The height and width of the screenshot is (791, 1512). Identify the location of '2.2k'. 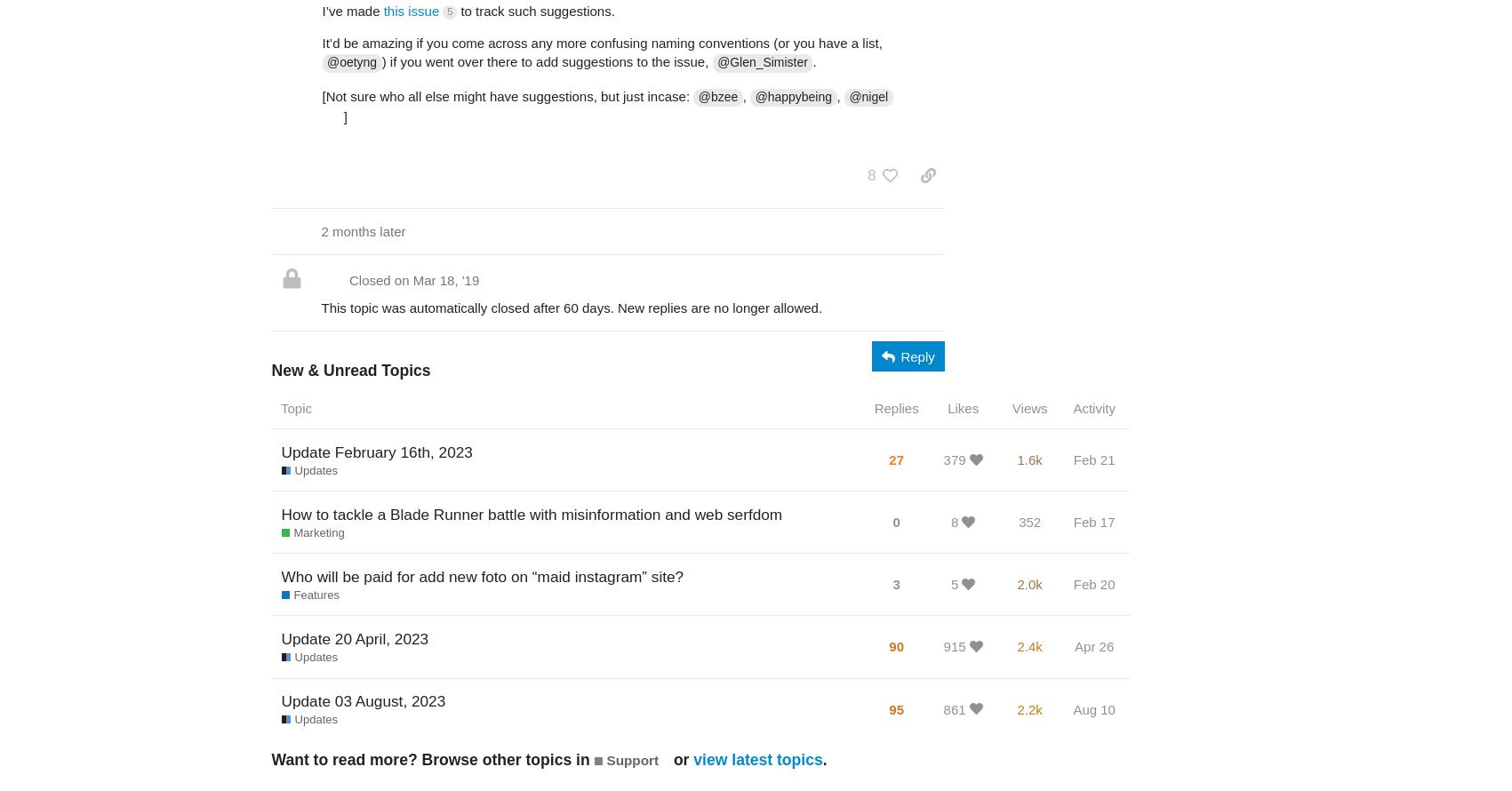
(1028, 708).